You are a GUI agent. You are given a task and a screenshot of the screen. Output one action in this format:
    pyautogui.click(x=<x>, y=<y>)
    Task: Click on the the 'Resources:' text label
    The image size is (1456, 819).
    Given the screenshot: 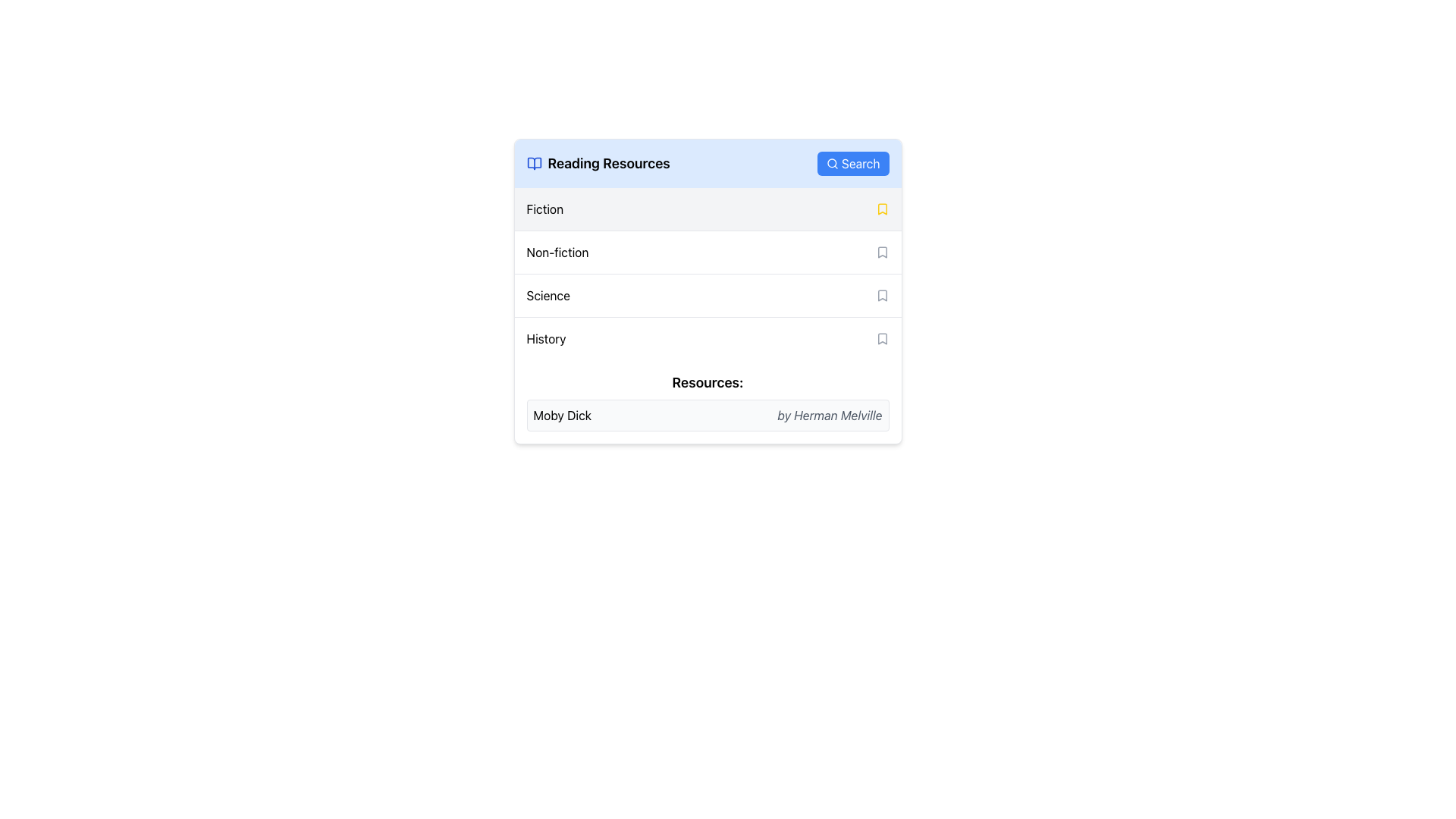 What is the action you would take?
    pyautogui.click(x=707, y=382)
    